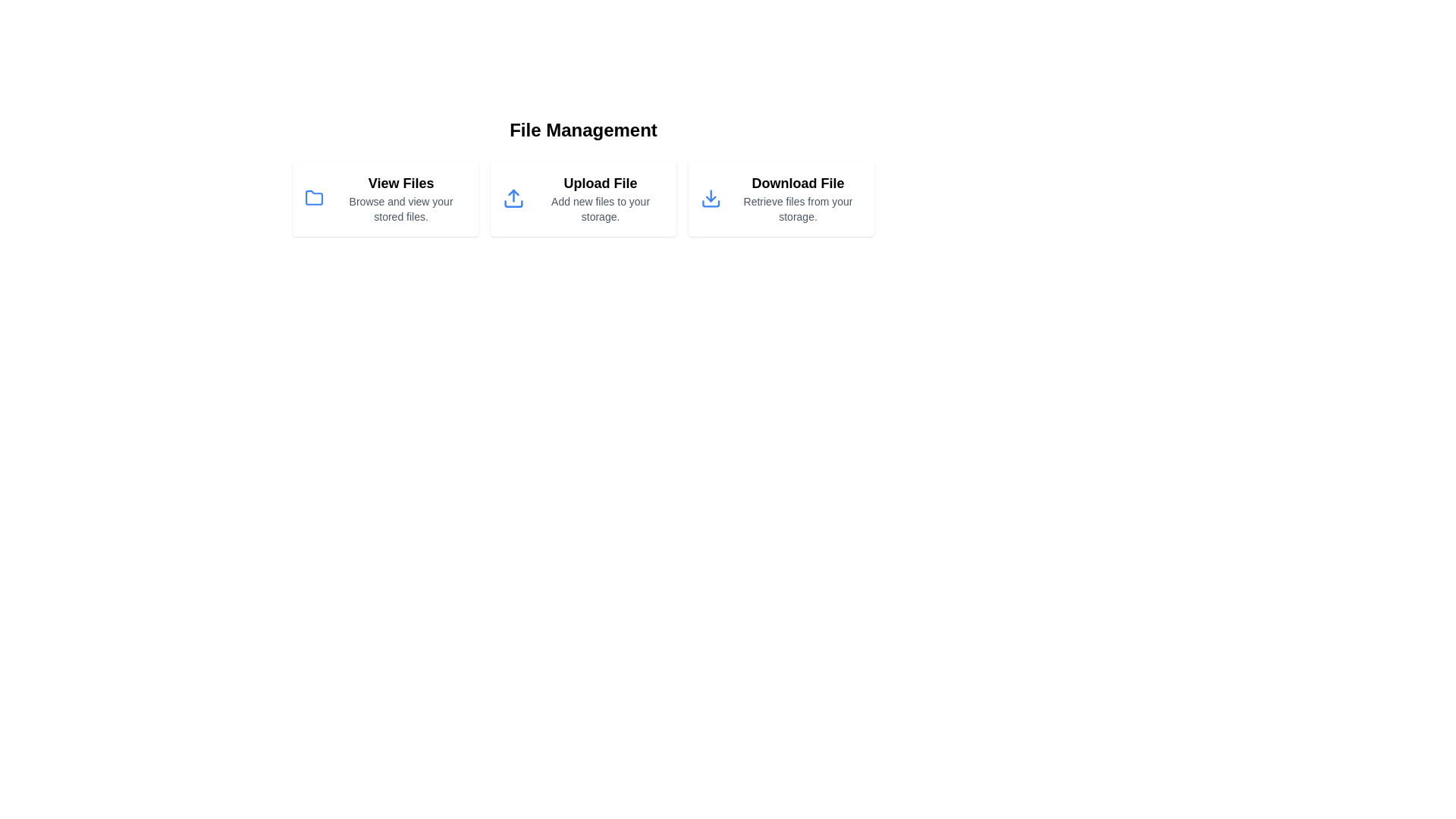 This screenshot has width=1456, height=819. What do you see at coordinates (513, 198) in the screenshot?
I see `the SVG upload icon, which features an upward-pointing arrow in blue, located on the central card of the 'File Management' section, above the 'Upload FileAdd new files to your storage.' text` at bounding box center [513, 198].